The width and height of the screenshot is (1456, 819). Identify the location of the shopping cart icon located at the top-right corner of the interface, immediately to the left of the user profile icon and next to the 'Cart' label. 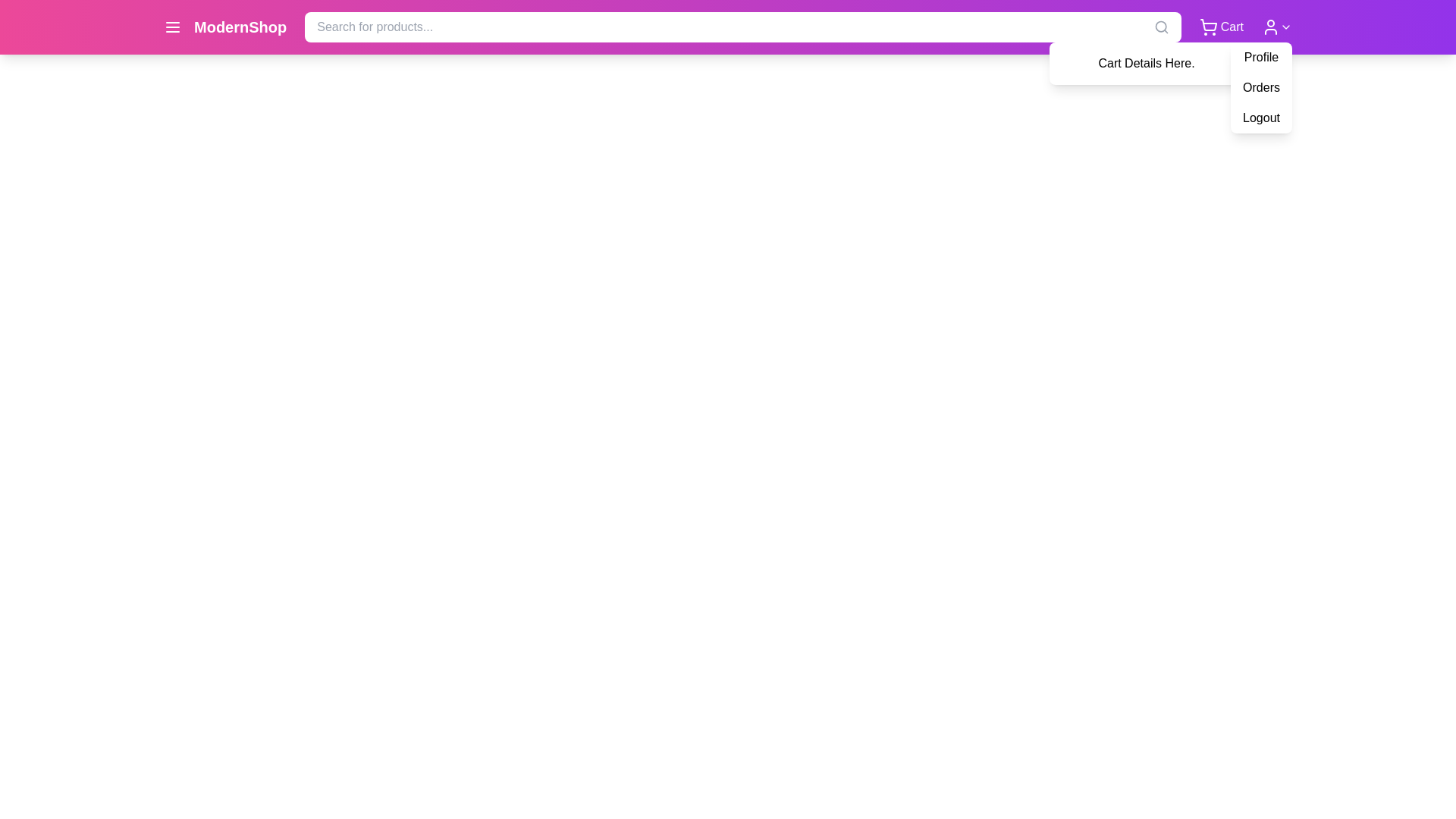
(1207, 25).